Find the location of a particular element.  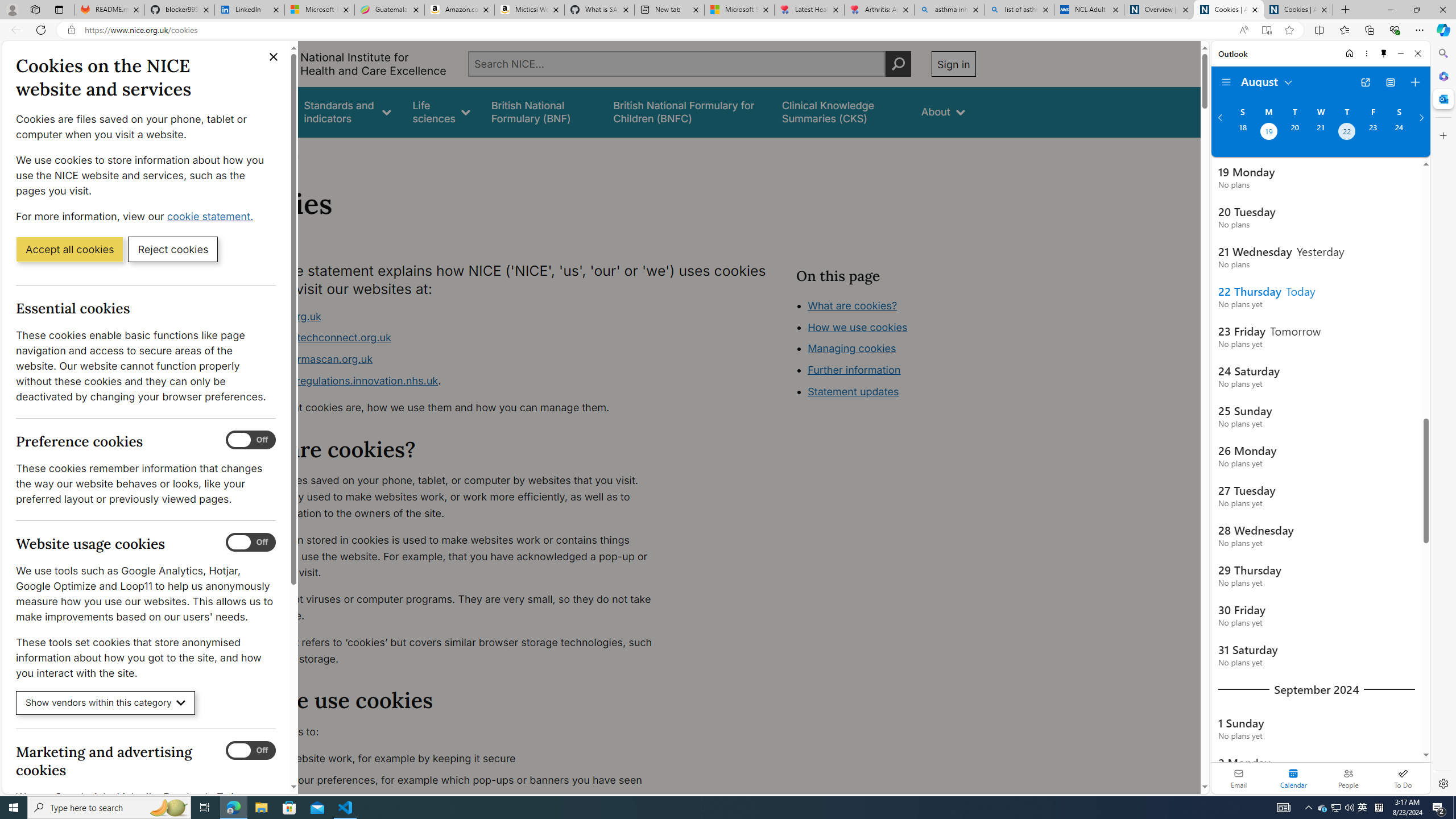

'Marketing and advertising cookies' is located at coordinates (250, 751).